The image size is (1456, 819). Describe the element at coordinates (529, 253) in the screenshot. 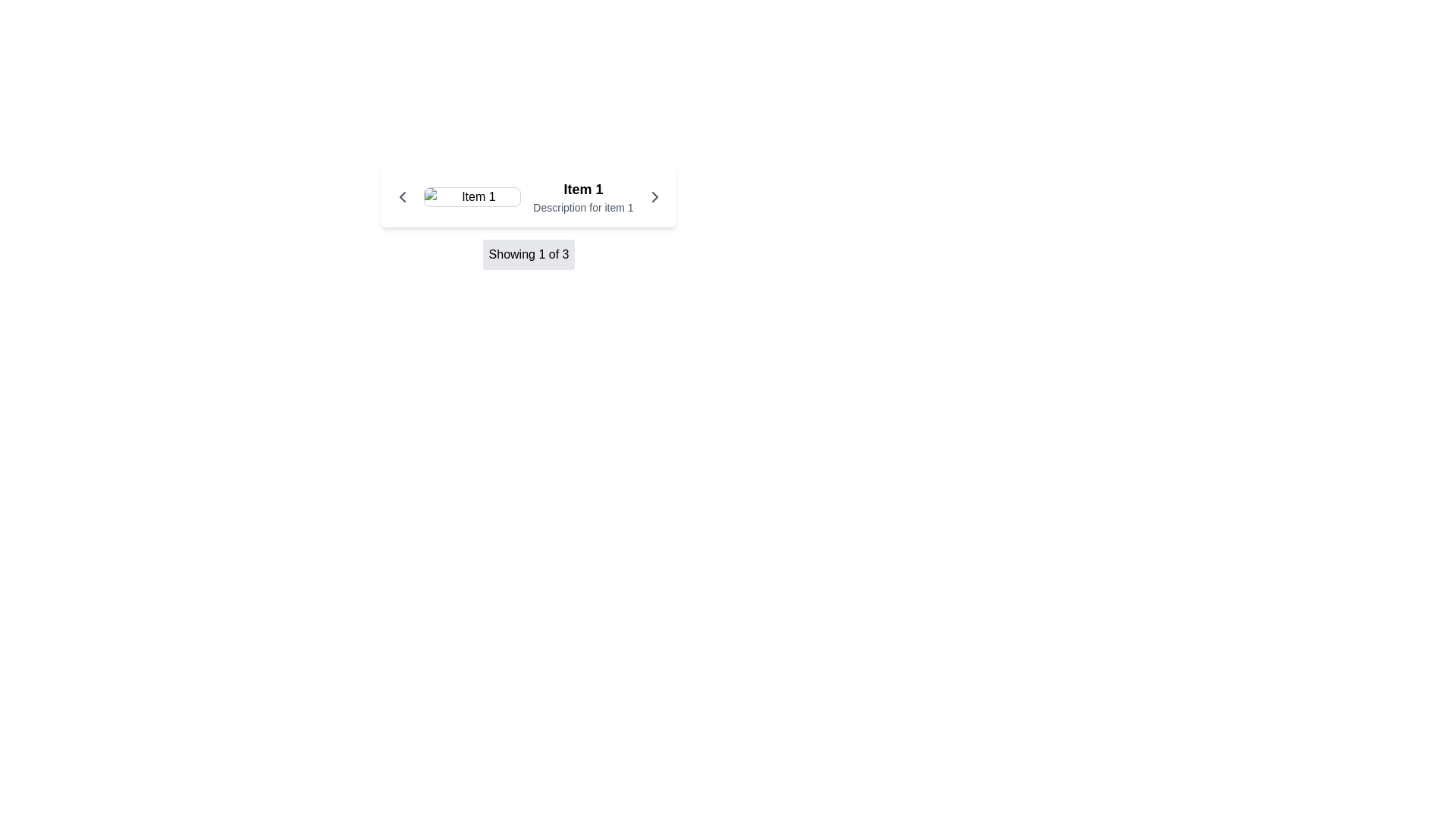

I see `the informational text box displaying 'Showing 1 of 3', which has a light gray background and rounded corners, located centrally below the main item description section` at that location.